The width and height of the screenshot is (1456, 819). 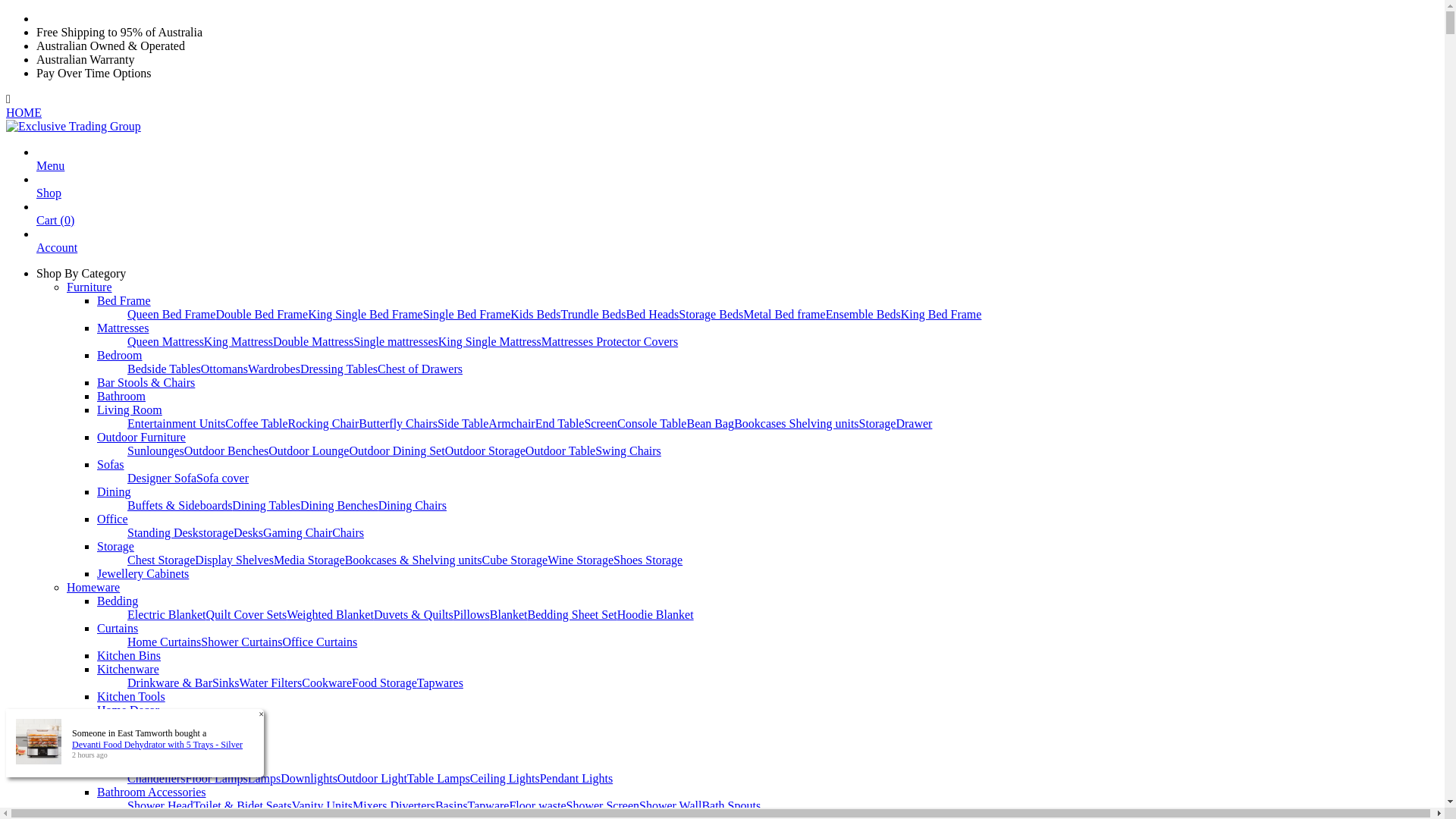 What do you see at coordinates (57, 253) in the screenshot?
I see `'Account'` at bounding box center [57, 253].